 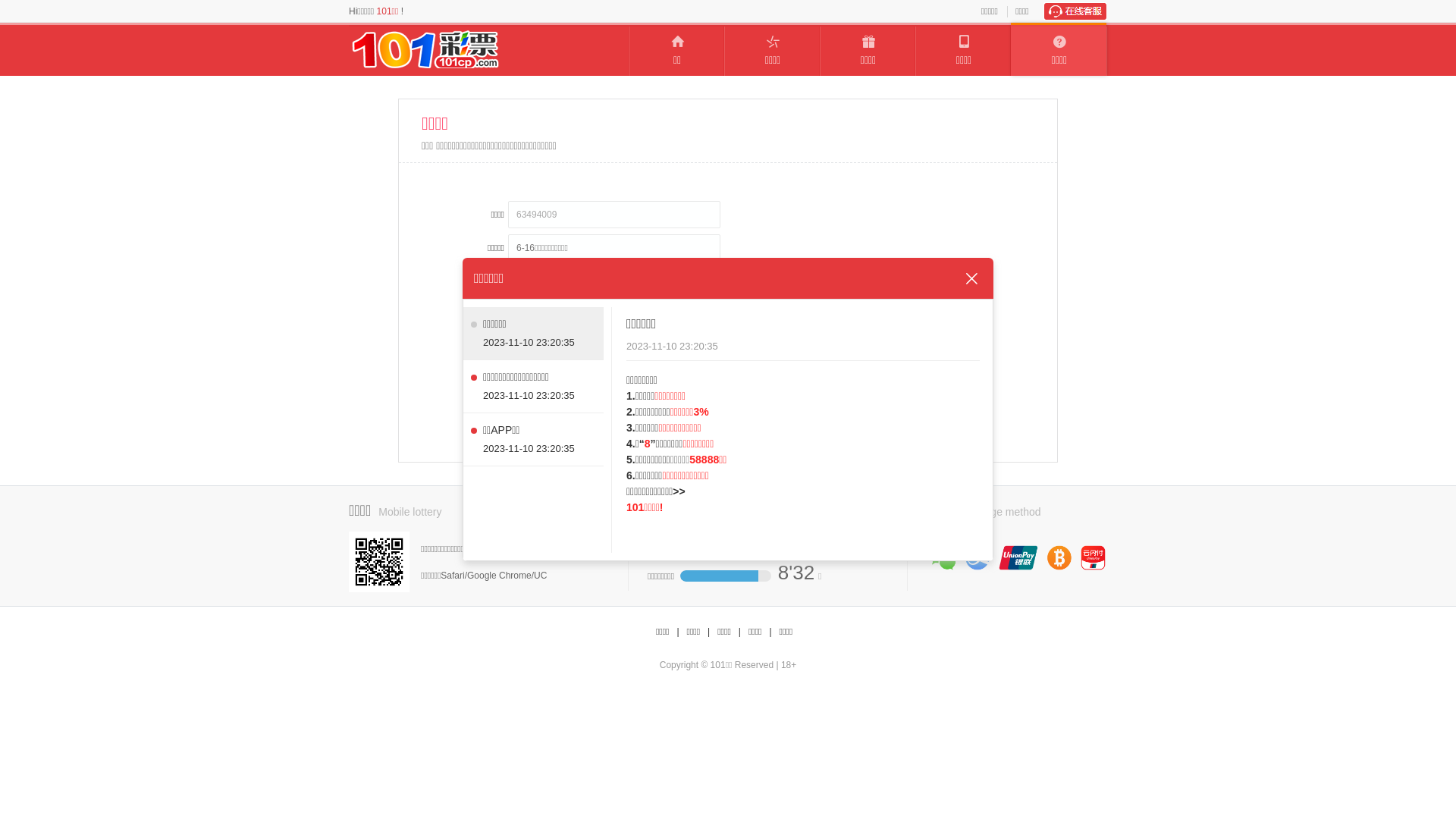 I want to click on '|', so click(x=706, y=632).